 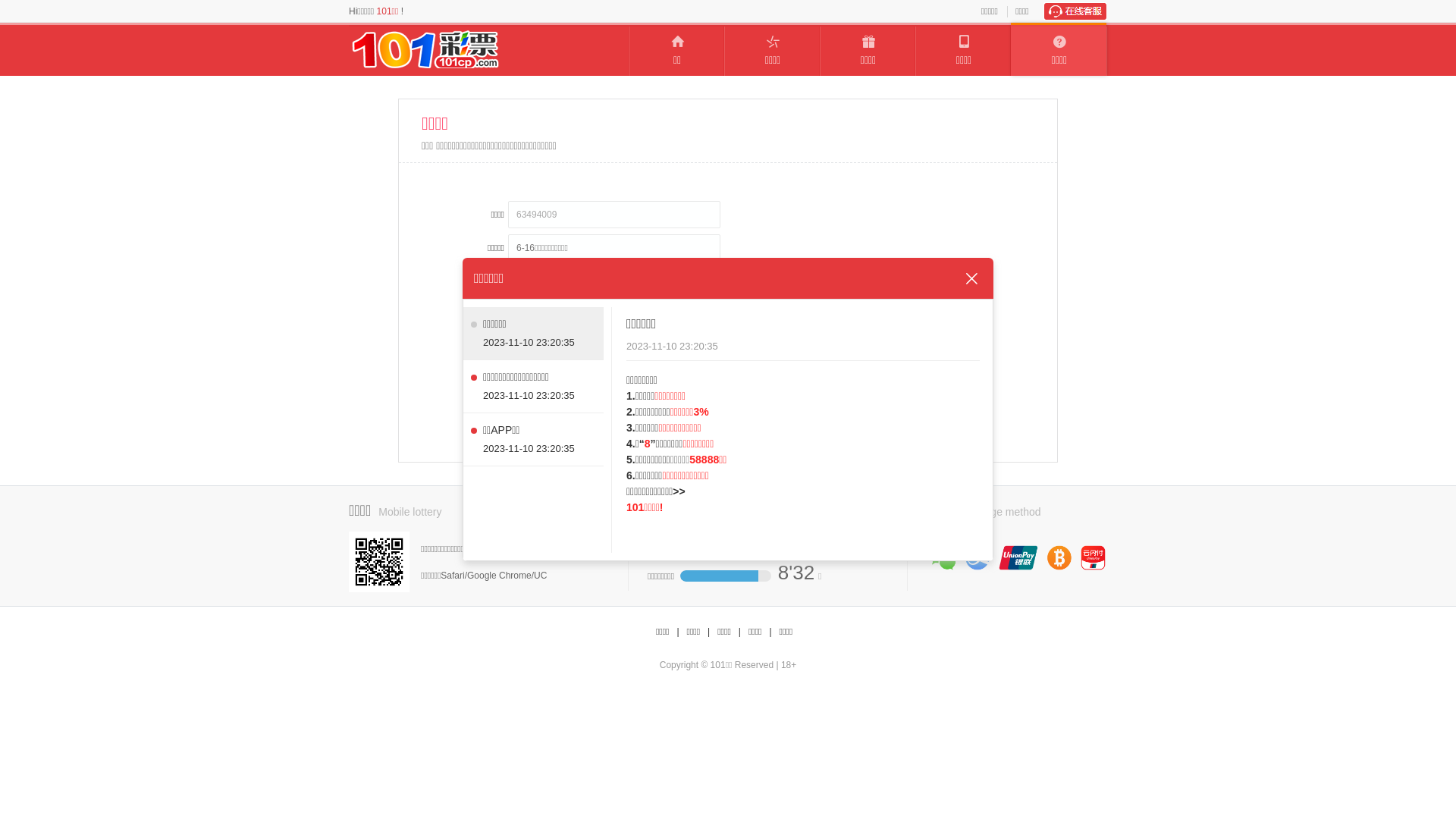 I want to click on '|', so click(x=706, y=632).